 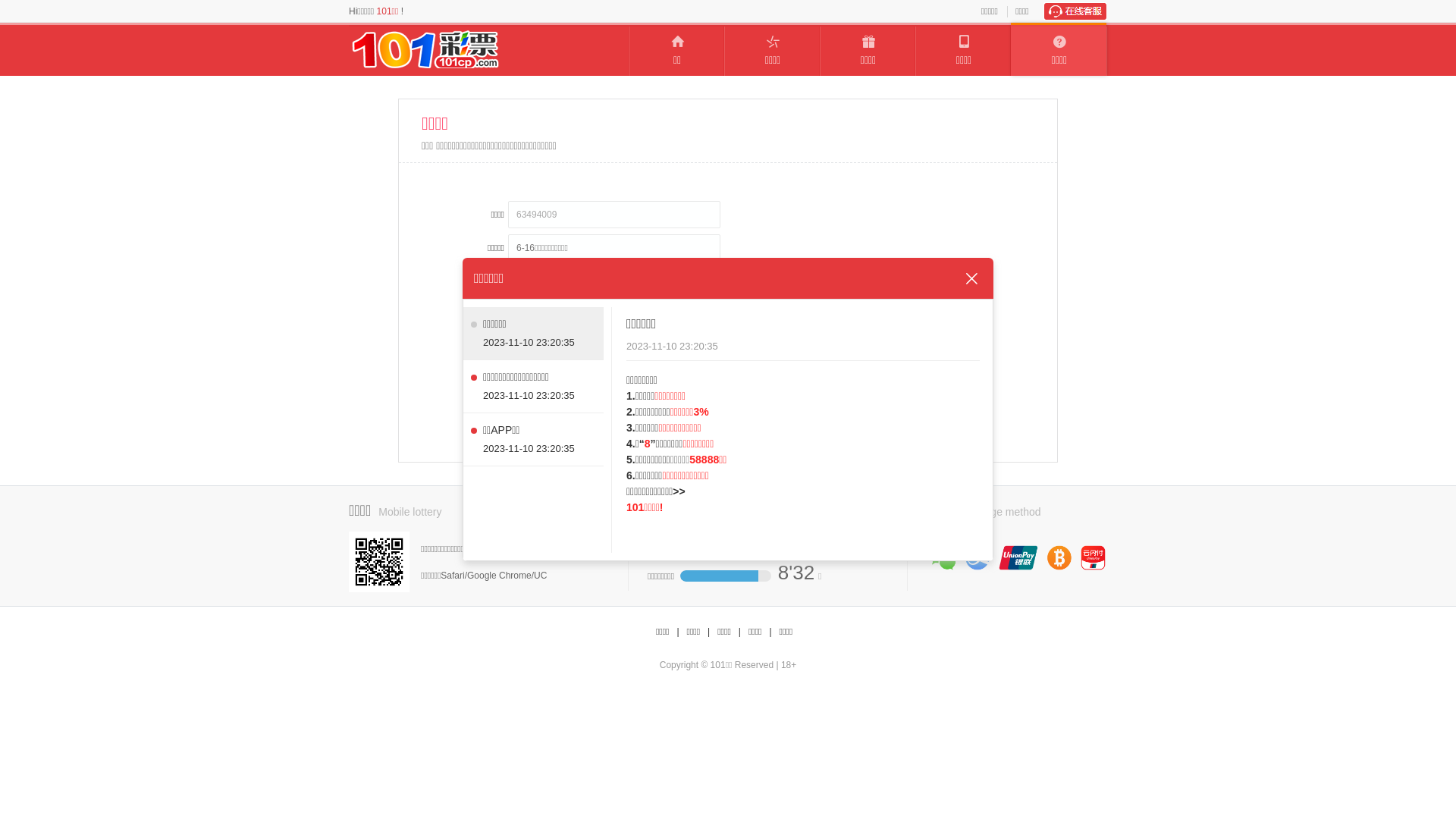 I want to click on '|', so click(x=706, y=632).